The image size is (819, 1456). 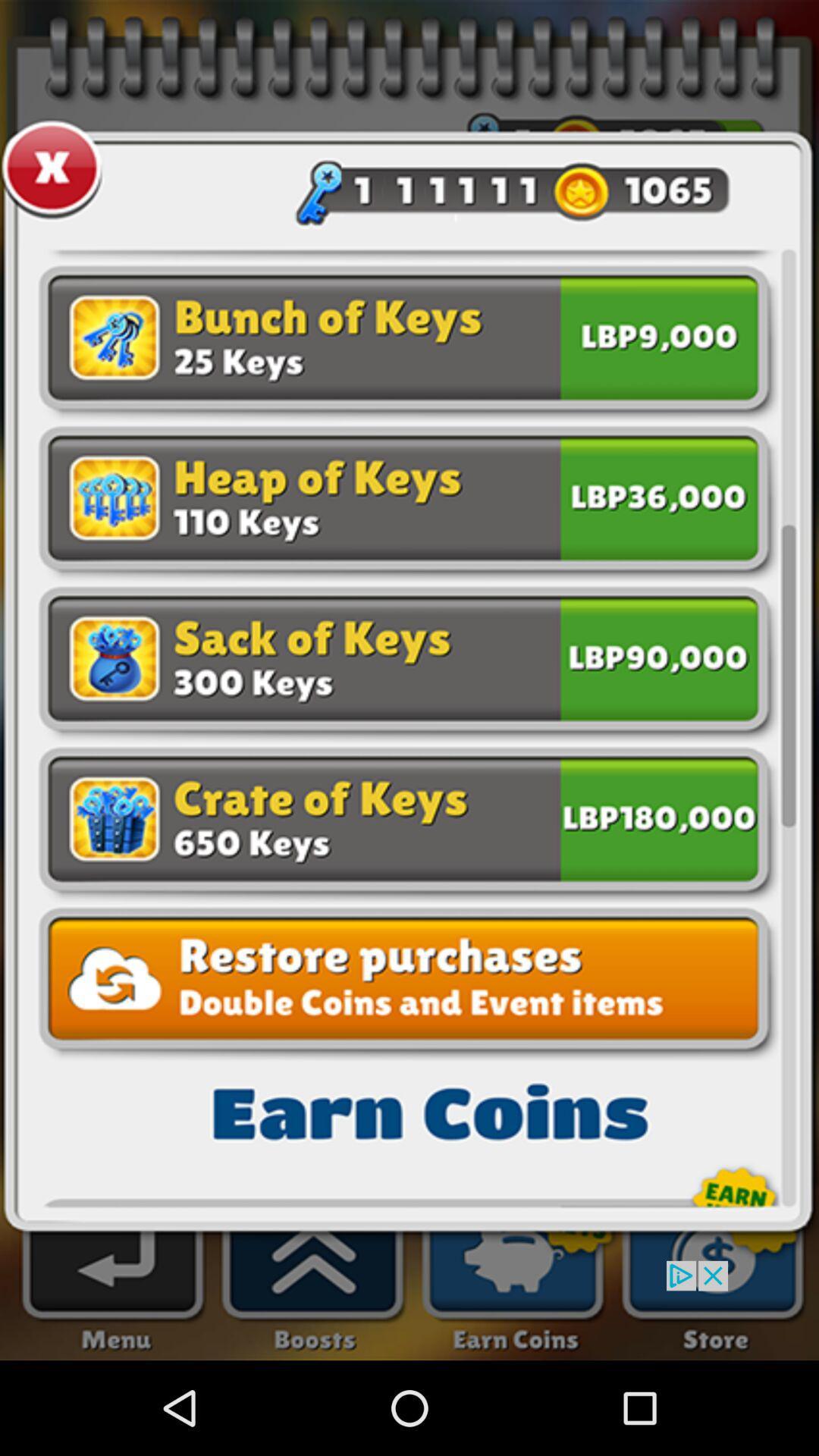 I want to click on purchase, so click(x=658, y=495).